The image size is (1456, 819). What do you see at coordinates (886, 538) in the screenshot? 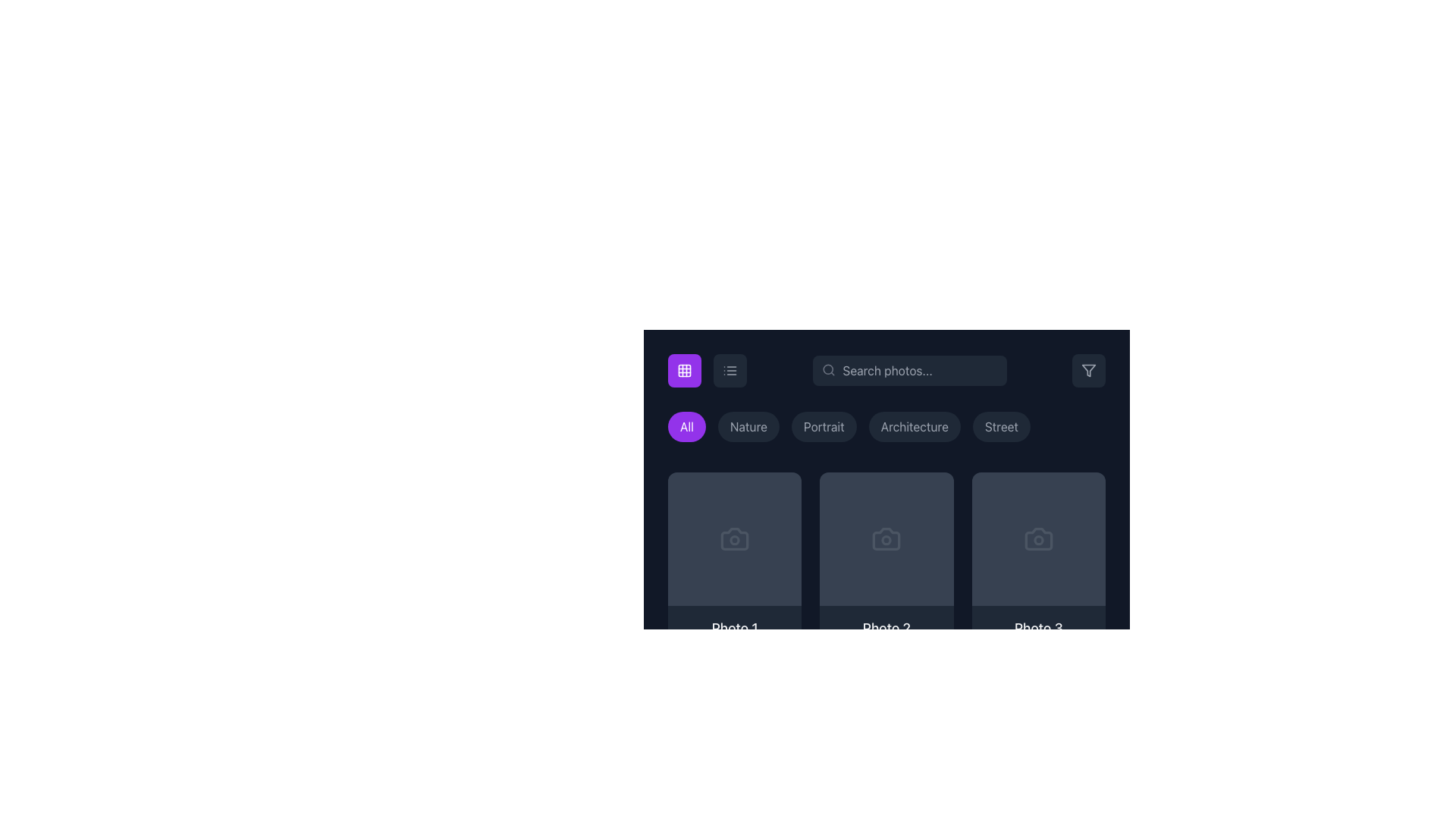
I see `the download button located in the second cell of the second row in the grid layout` at bounding box center [886, 538].